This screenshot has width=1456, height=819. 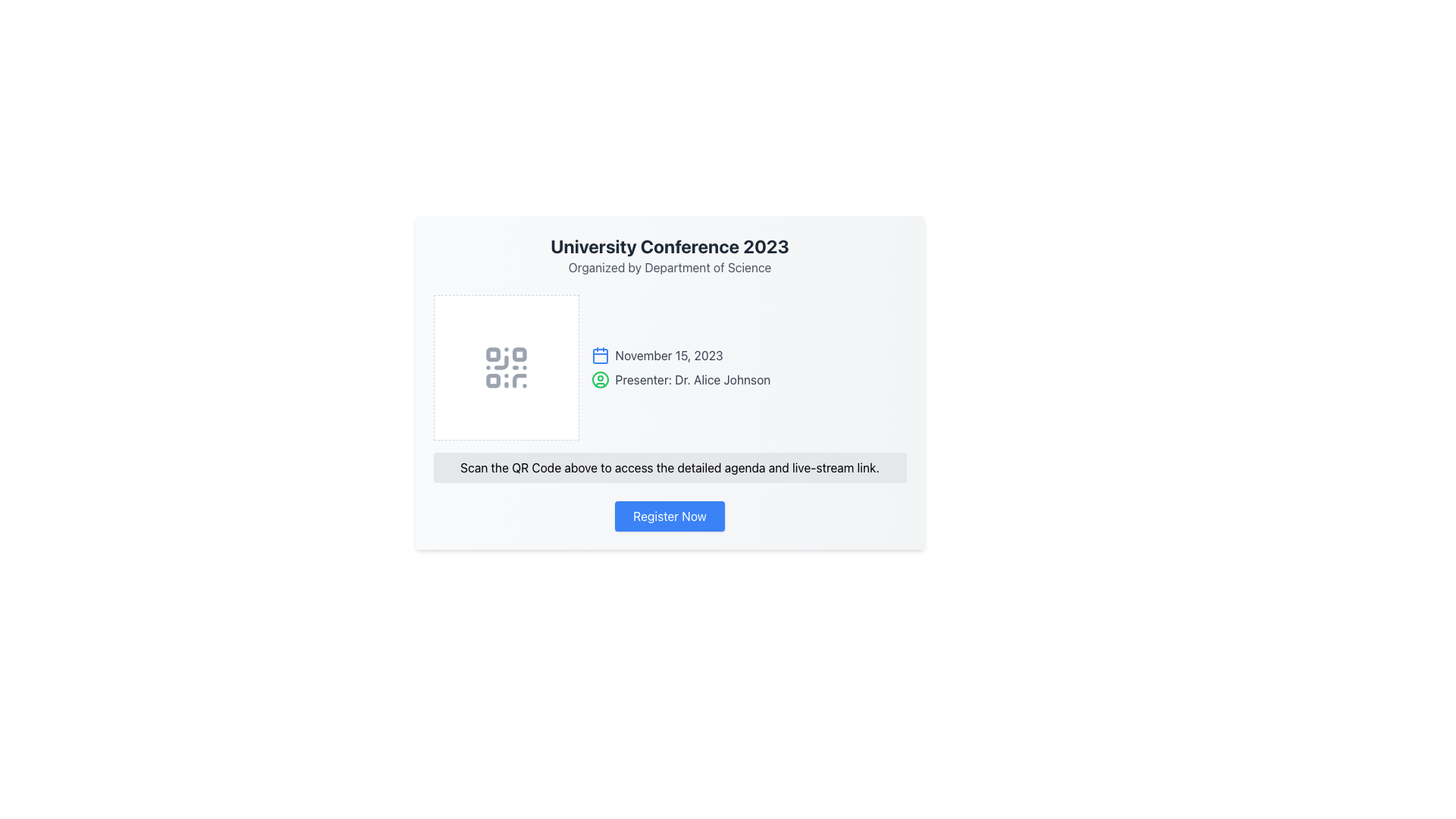 I want to click on text from the header section displaying 'University Conference 2023' and 'Organized by Department of Science', which is styled in bold and lighter gray respectively, so click(x=669, y=254).